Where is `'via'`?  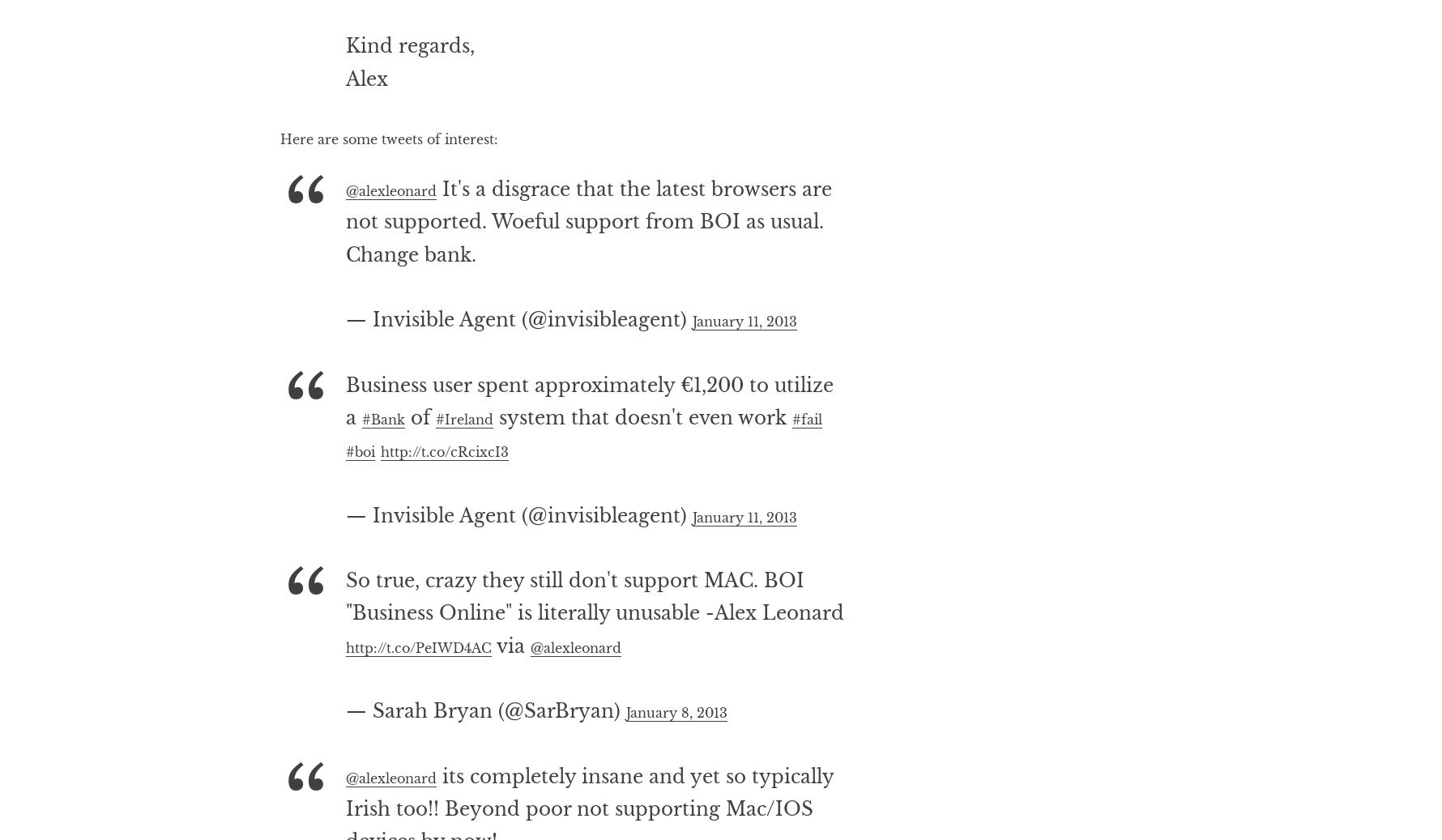 'via' is located at coordinates (576, 711).